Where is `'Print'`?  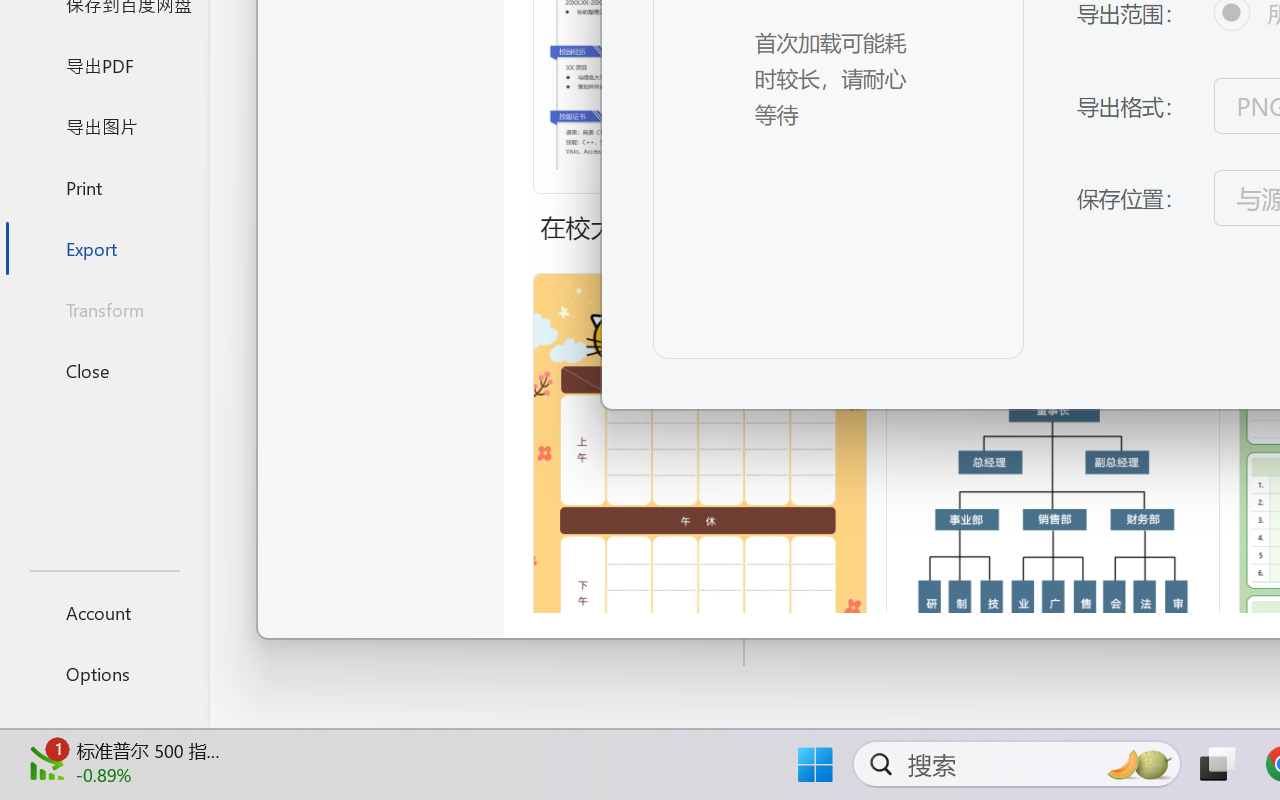
'Print' is located at coordinates (103, 186).